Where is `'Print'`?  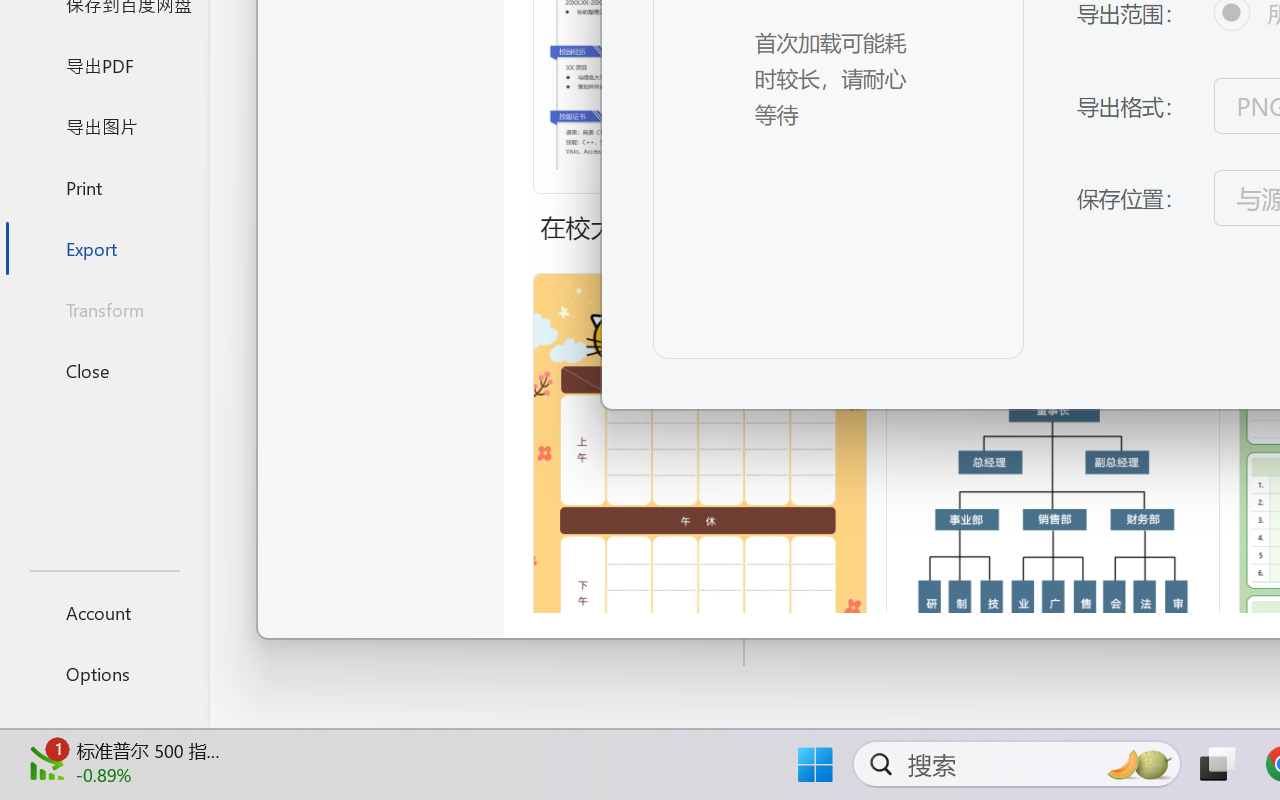
'Print' is located at coordinates (103, 186).